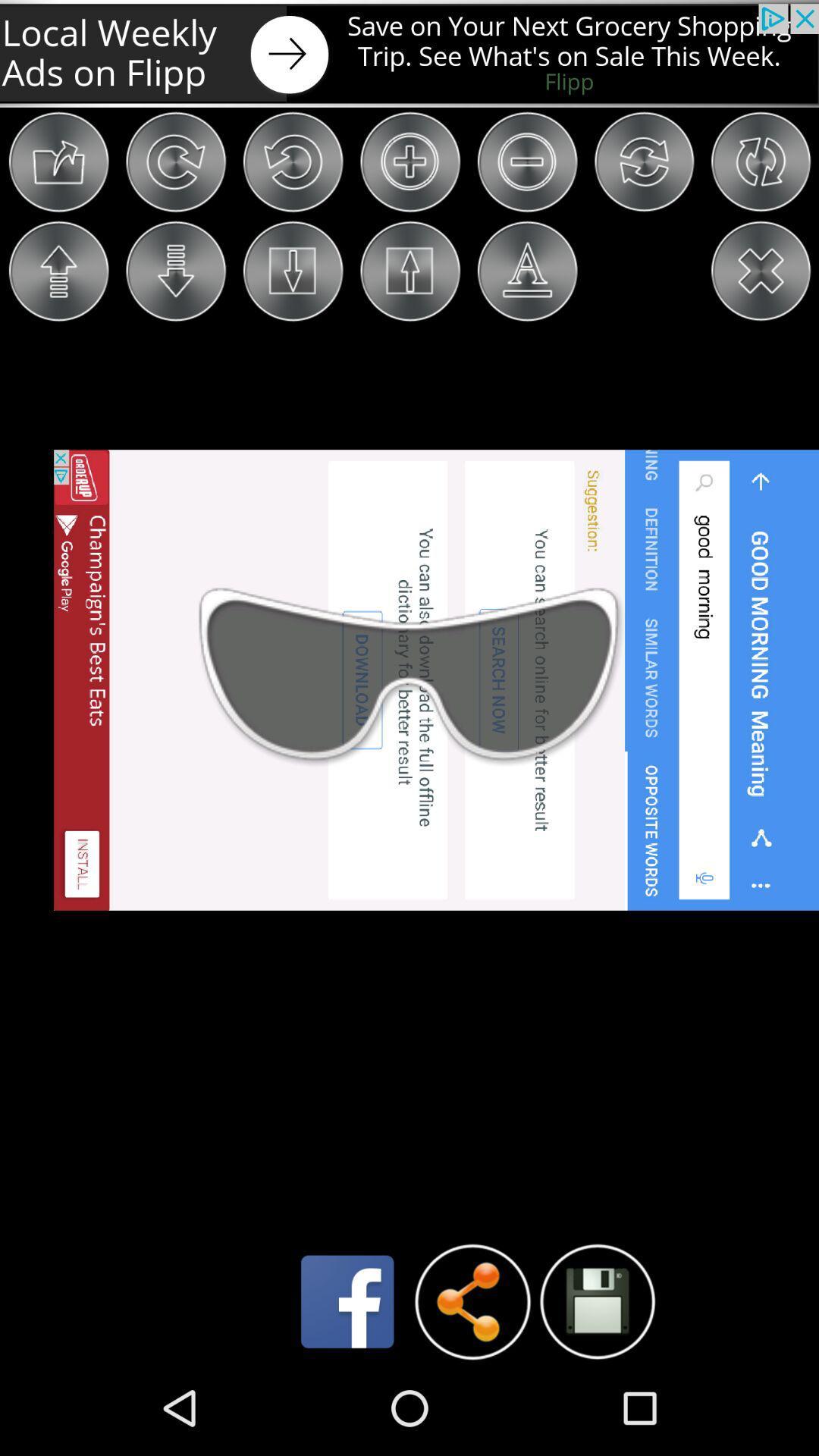 The width and height of the screenshot is (819, 1456). I want to click on the facebook icon, so click(347, 1393).